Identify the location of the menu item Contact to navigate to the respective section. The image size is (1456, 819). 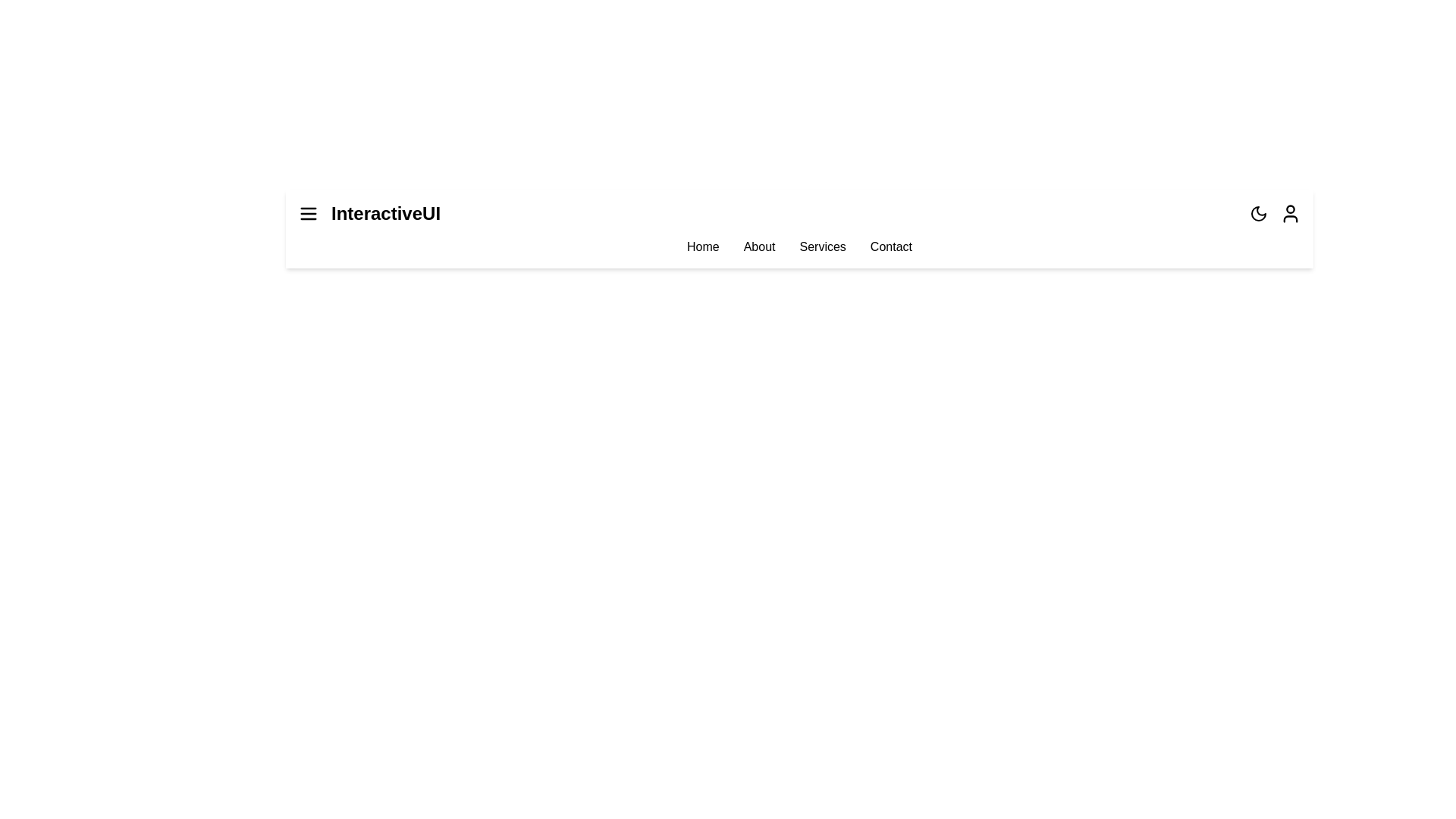
(891, 246).